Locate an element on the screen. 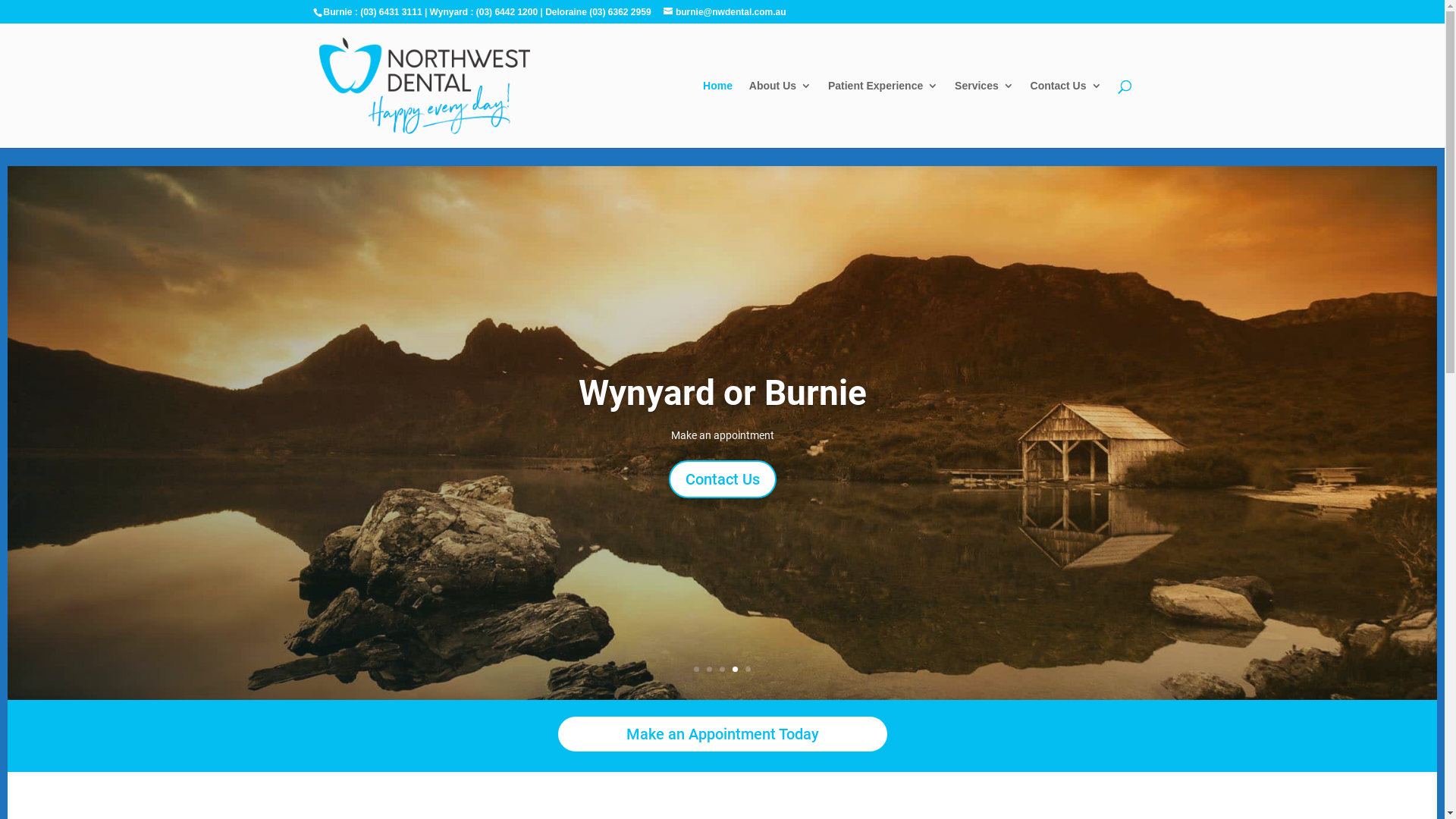 The image size is (1456, 819). '3' is located at coordinates (719, 668).